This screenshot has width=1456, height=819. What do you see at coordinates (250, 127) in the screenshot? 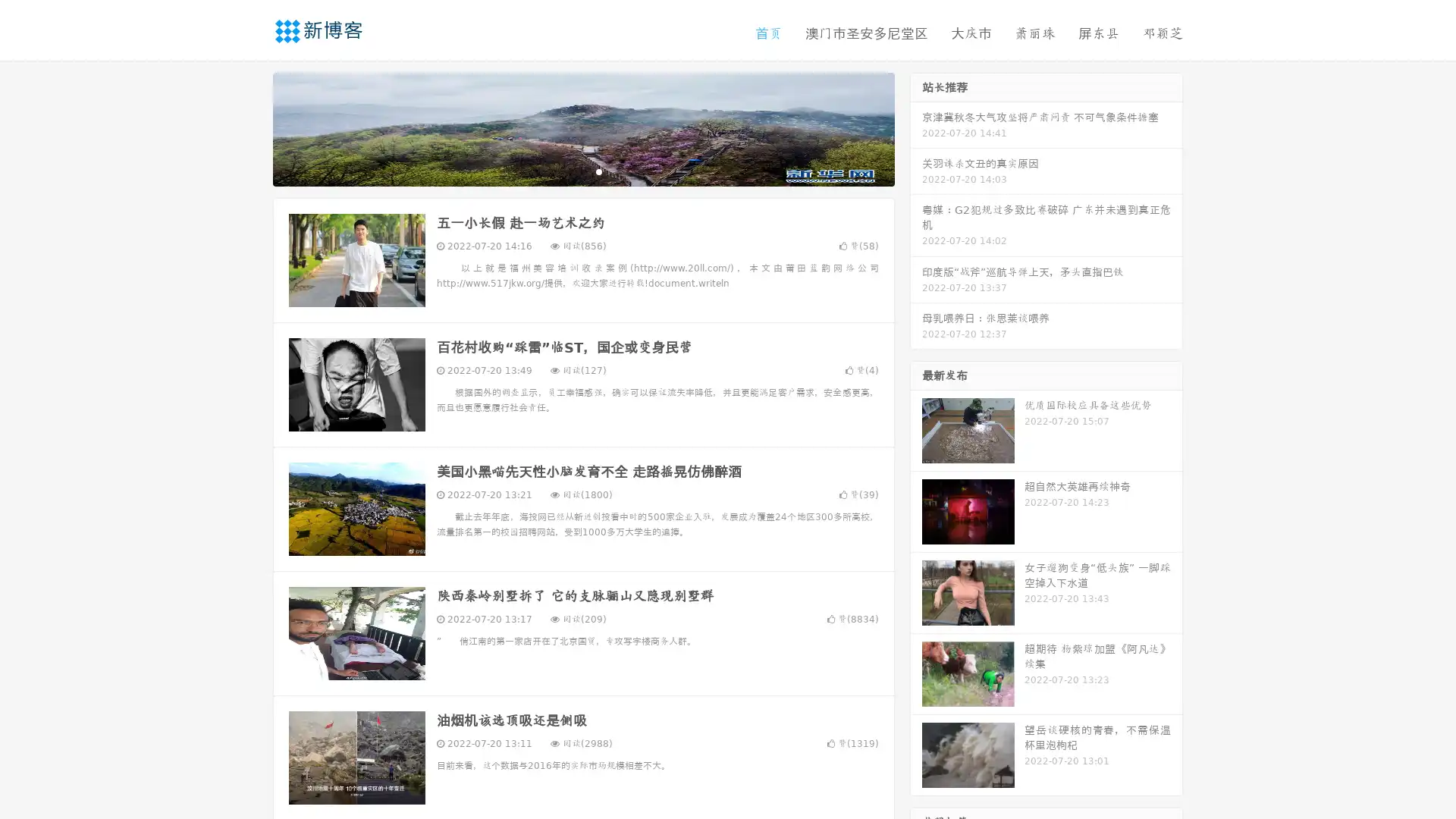
I see `Previous slide` at bounding box center [250, 127].